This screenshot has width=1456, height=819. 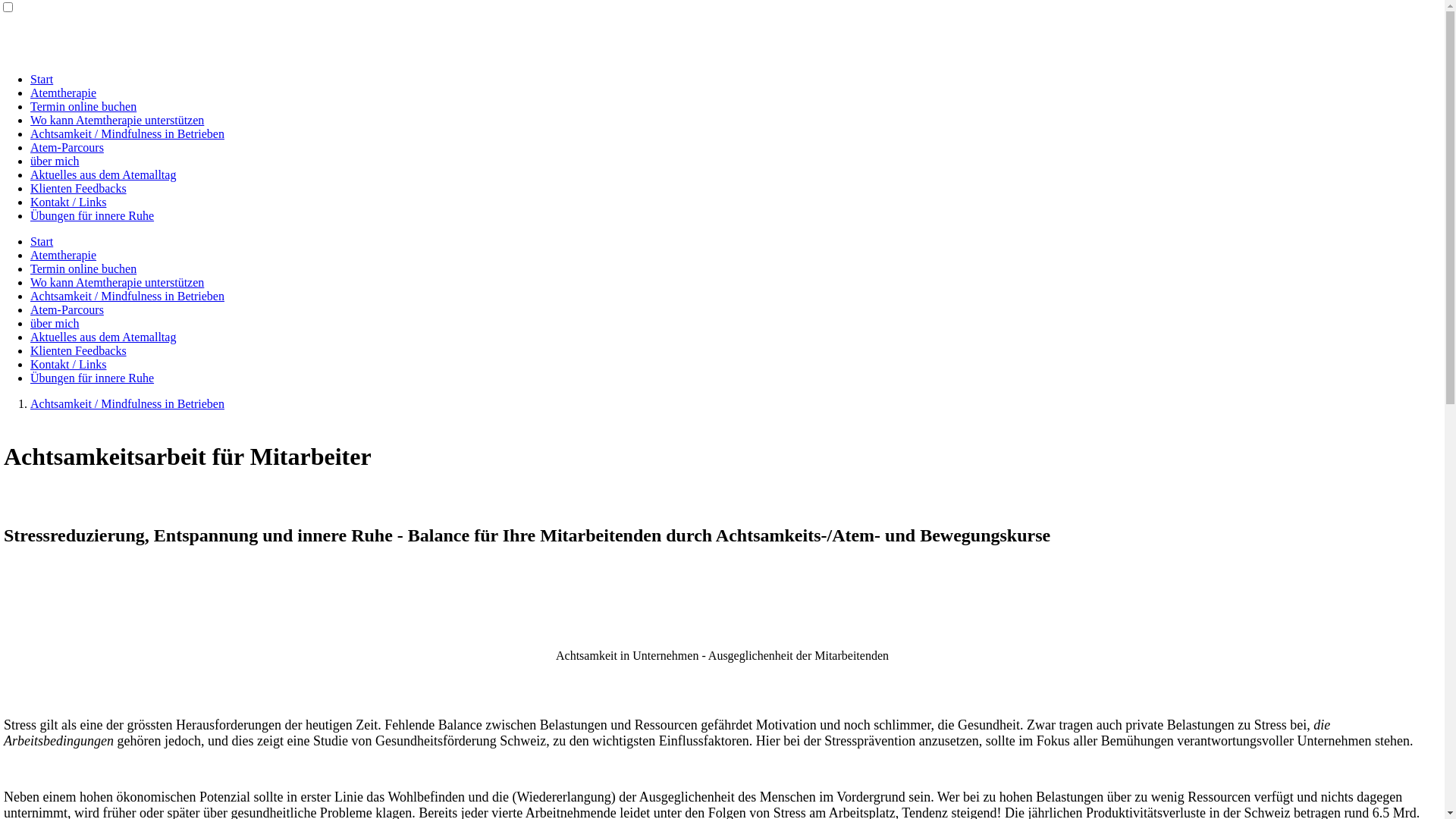 I want to click on 'Aktuelles aus dem Atemalltag', so click(x=102, y=336).